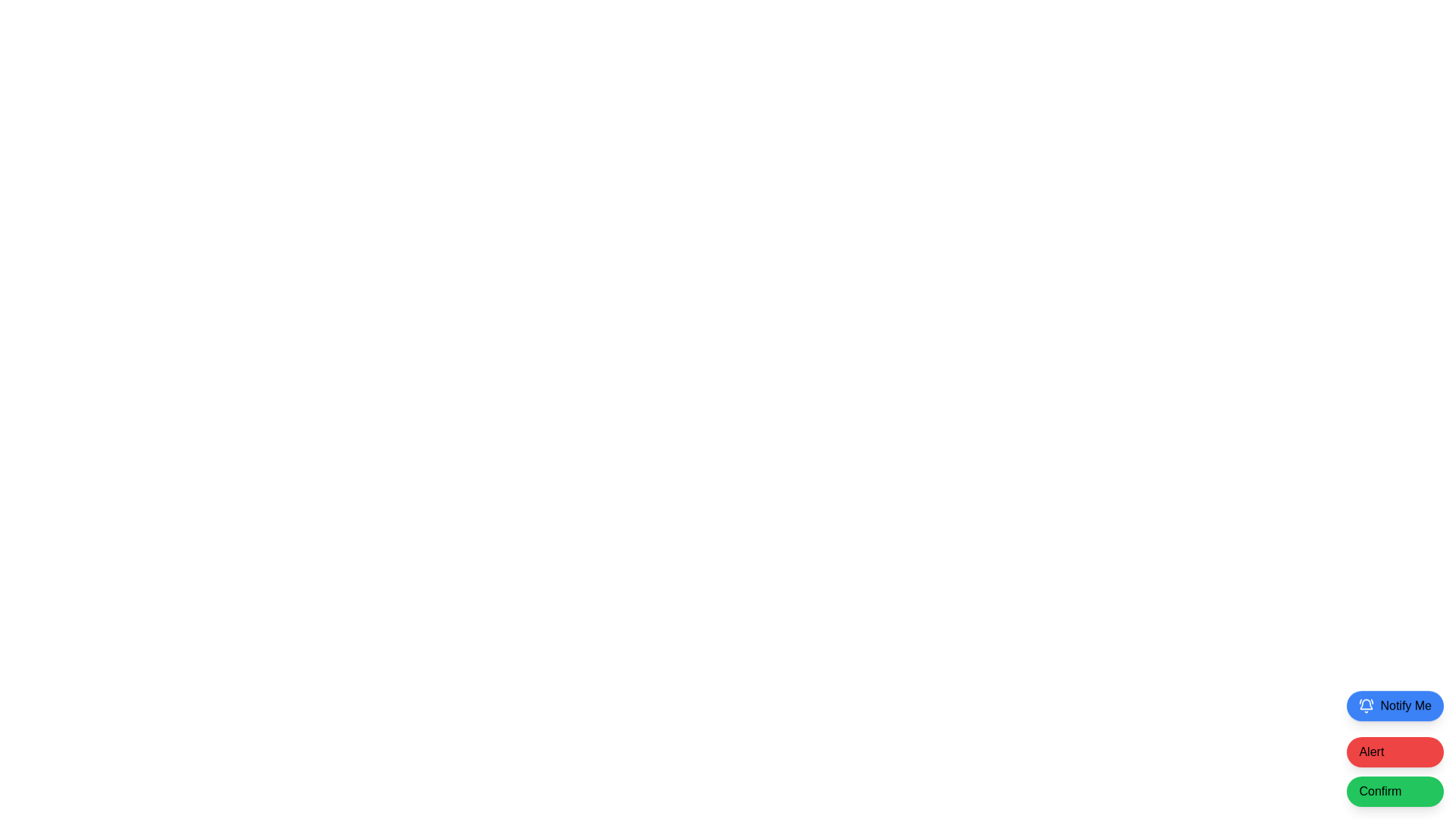  I want to click on the topmost button in the vertical arrangement of three buttons located at the bottom-right corner of the interface, so click(1395, 710).